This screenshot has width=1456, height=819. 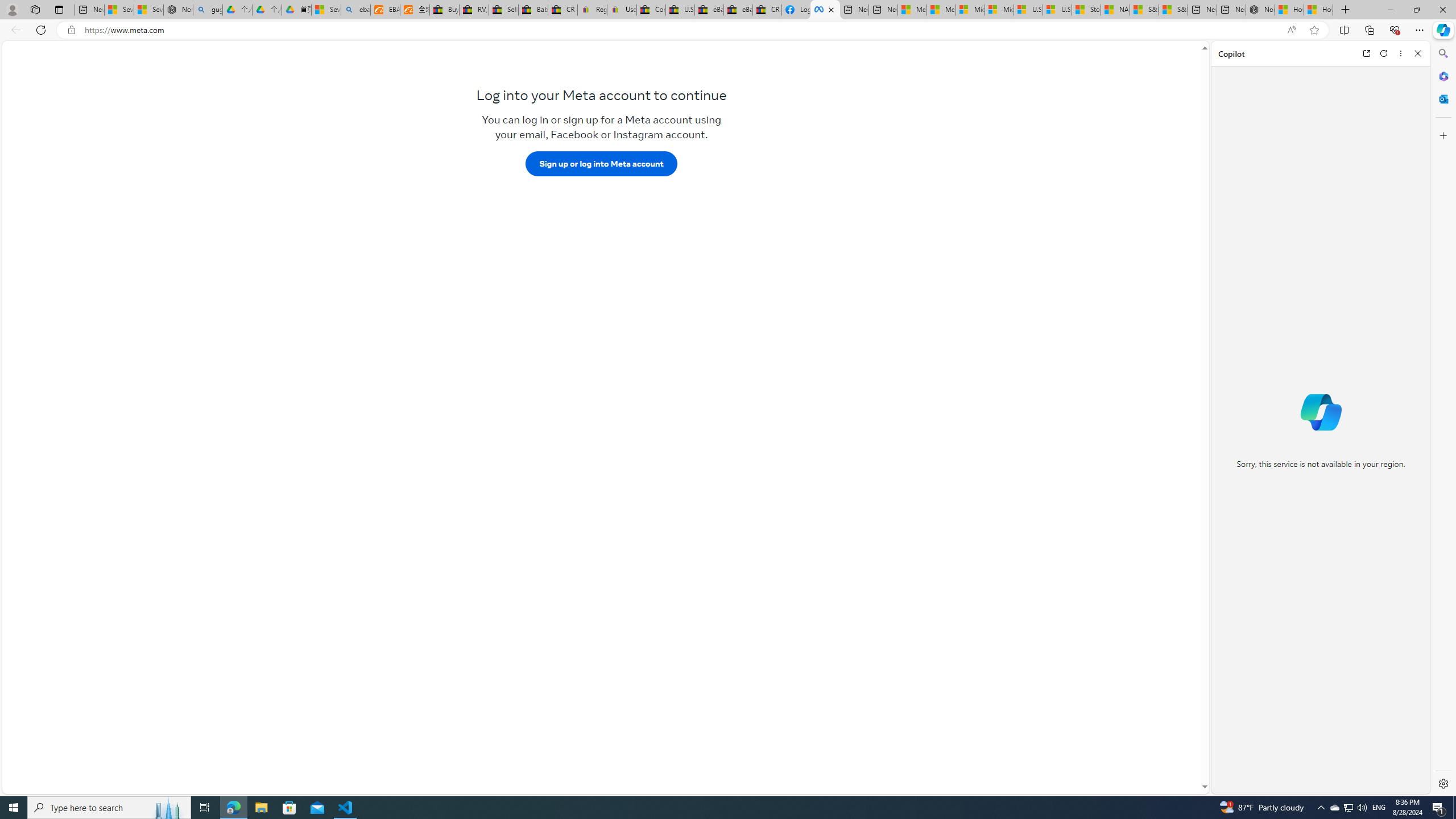 What do you see at coordinates (1442, 98) in the screenshot?
I see `'Outlook'` at bounding box center [1442, 98].